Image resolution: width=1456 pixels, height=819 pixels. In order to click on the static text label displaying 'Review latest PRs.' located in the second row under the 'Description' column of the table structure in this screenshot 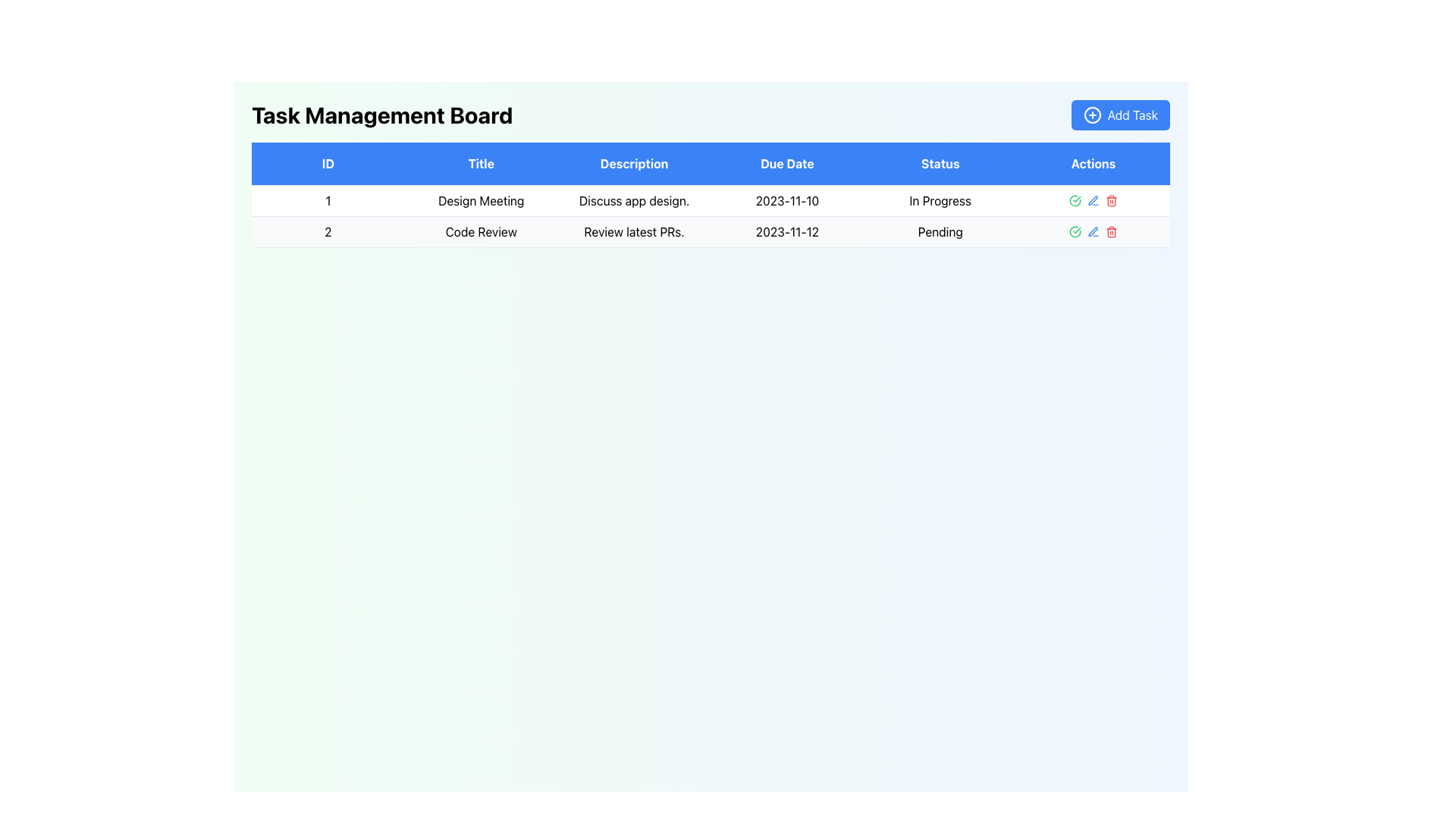, I will do `click(634, 231)`.